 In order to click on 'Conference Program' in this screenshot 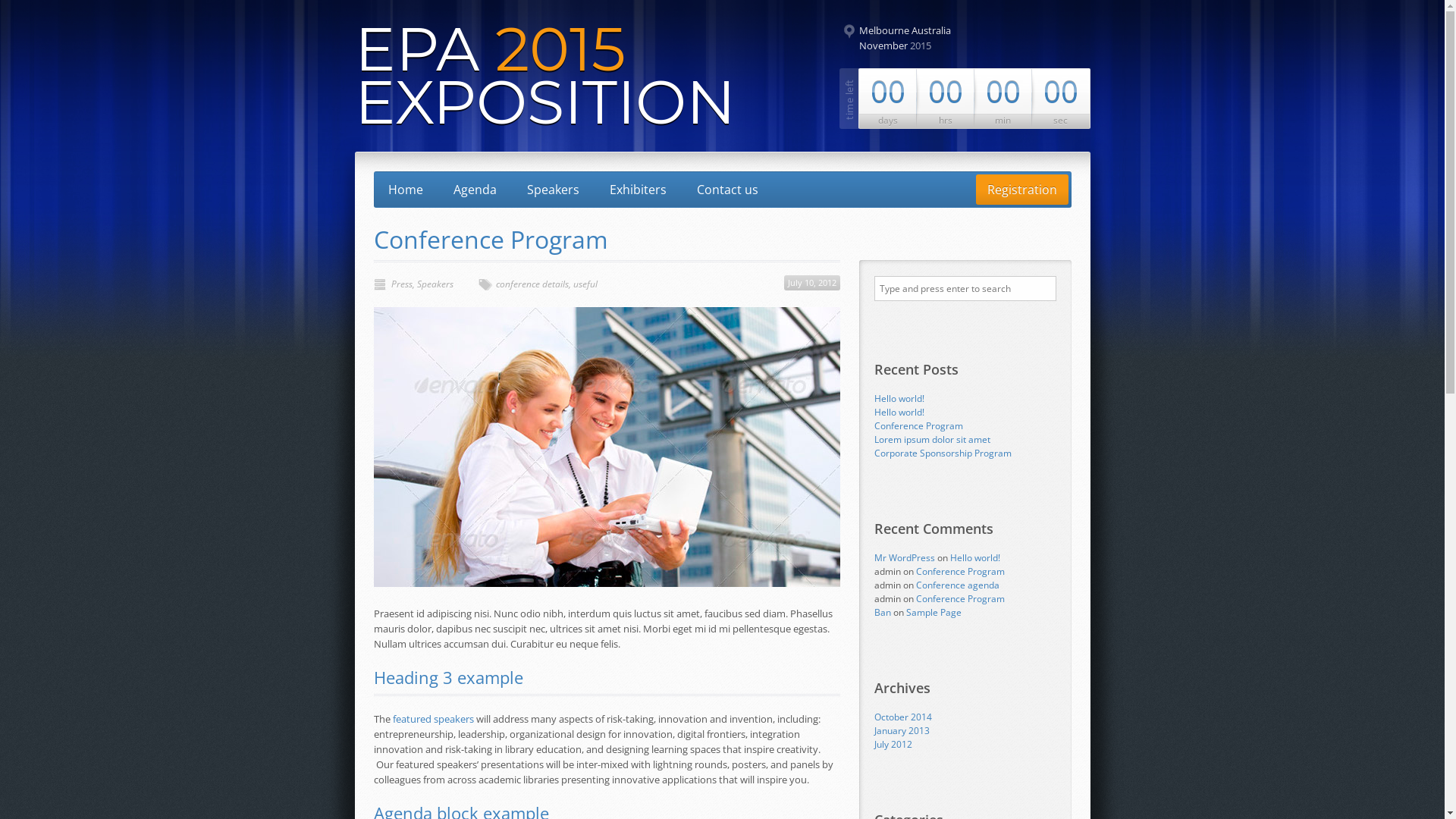, I will do `click(874, 425)`.